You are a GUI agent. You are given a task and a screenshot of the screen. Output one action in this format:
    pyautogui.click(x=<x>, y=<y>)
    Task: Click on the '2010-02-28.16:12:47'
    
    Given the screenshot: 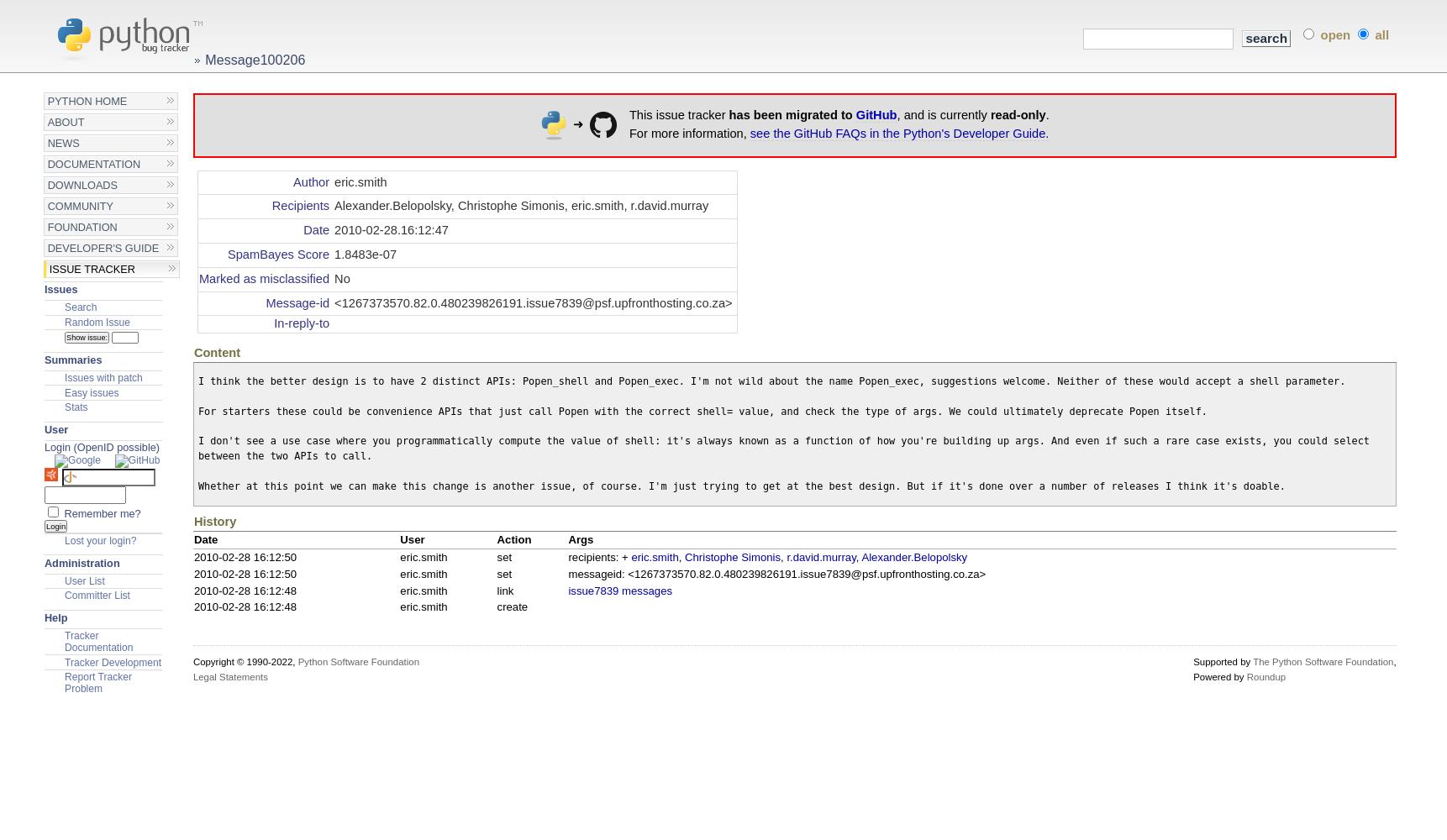 What is the action you would take?
    pyautogui.click(x=390, y=230)
    